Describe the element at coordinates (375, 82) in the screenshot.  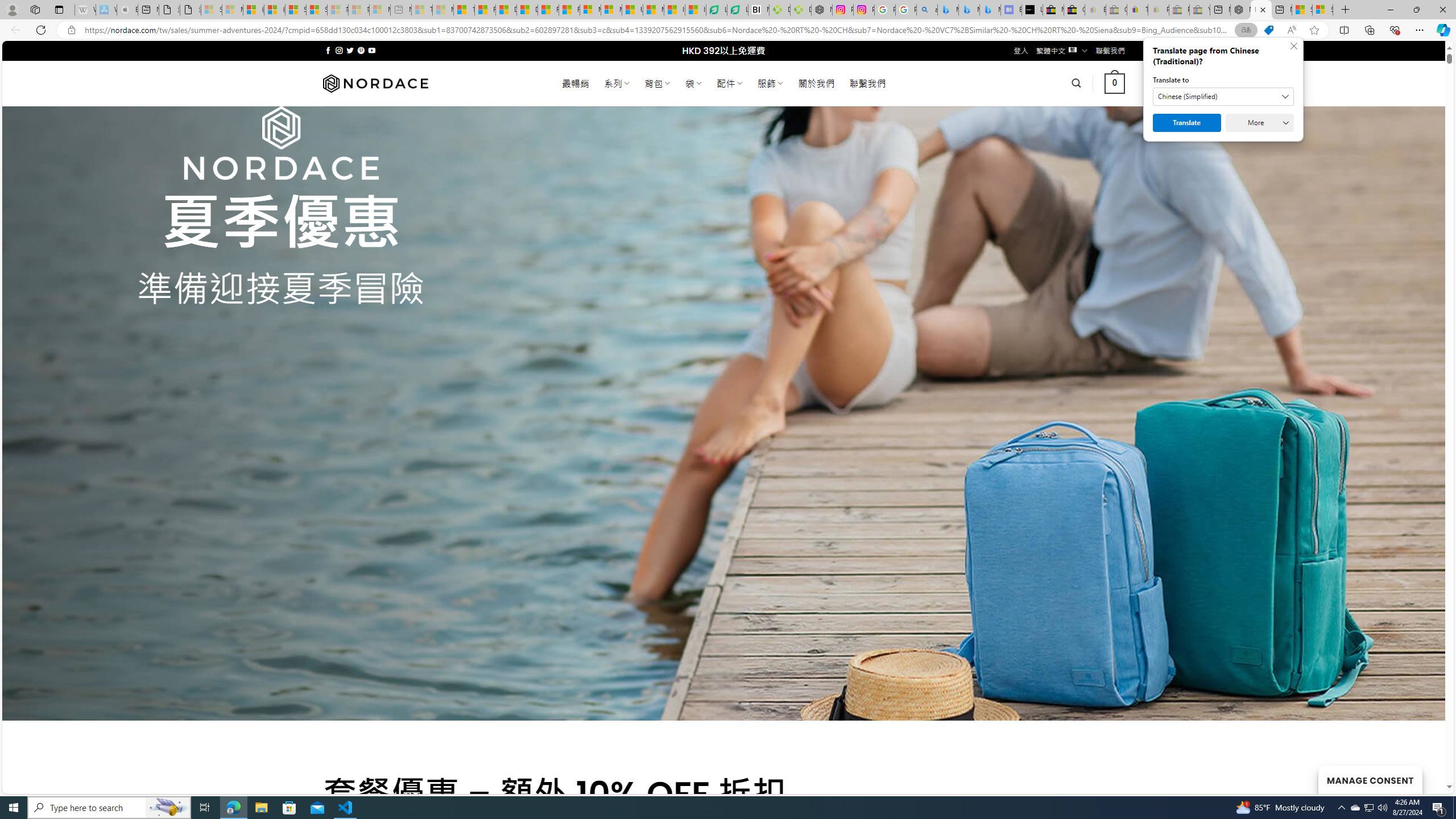
I see `'Nordace'` at that location.